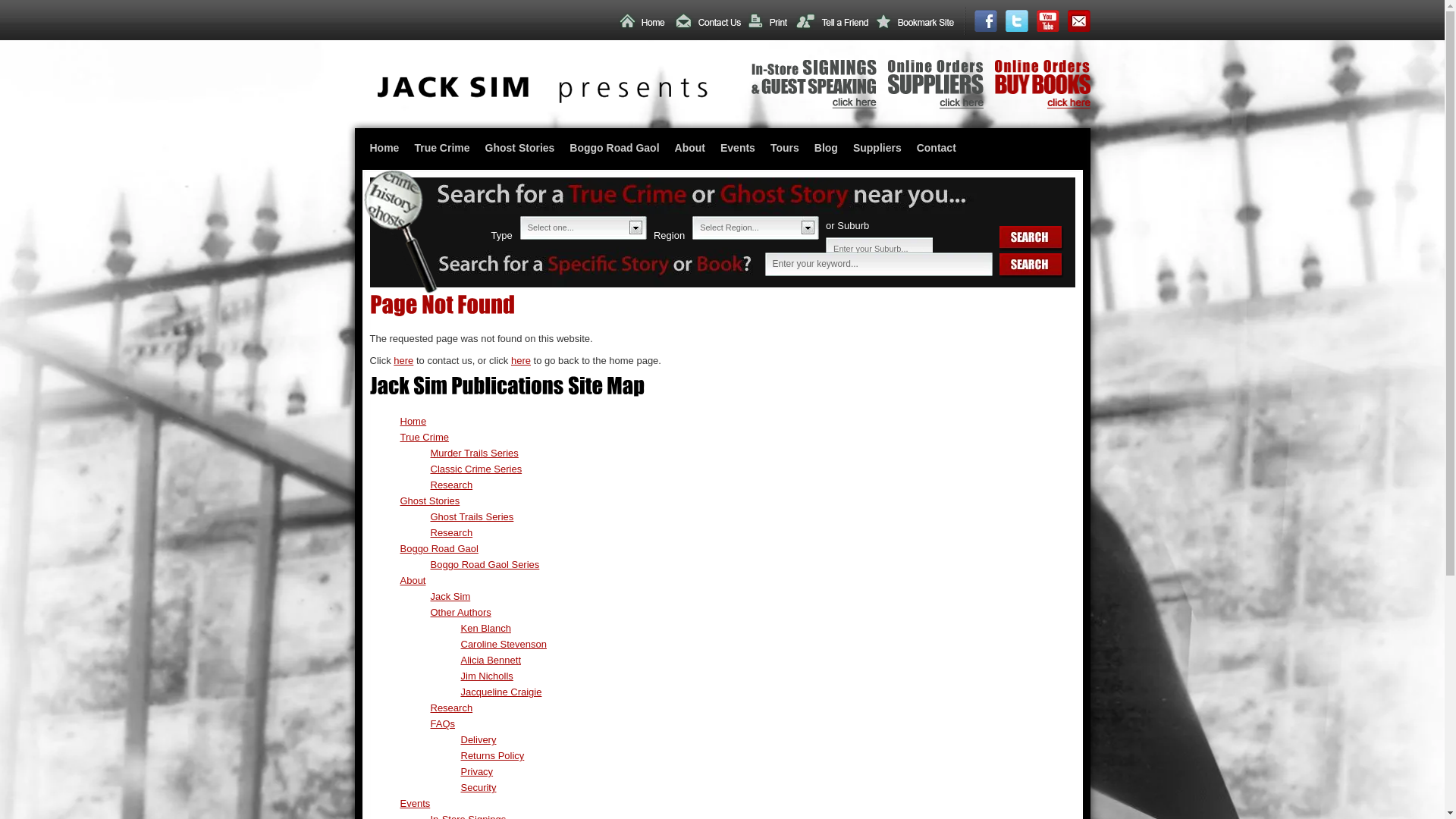  Describe the element at coordinates (806, 149) in the screenshot. I see `'Blog'` at that location.